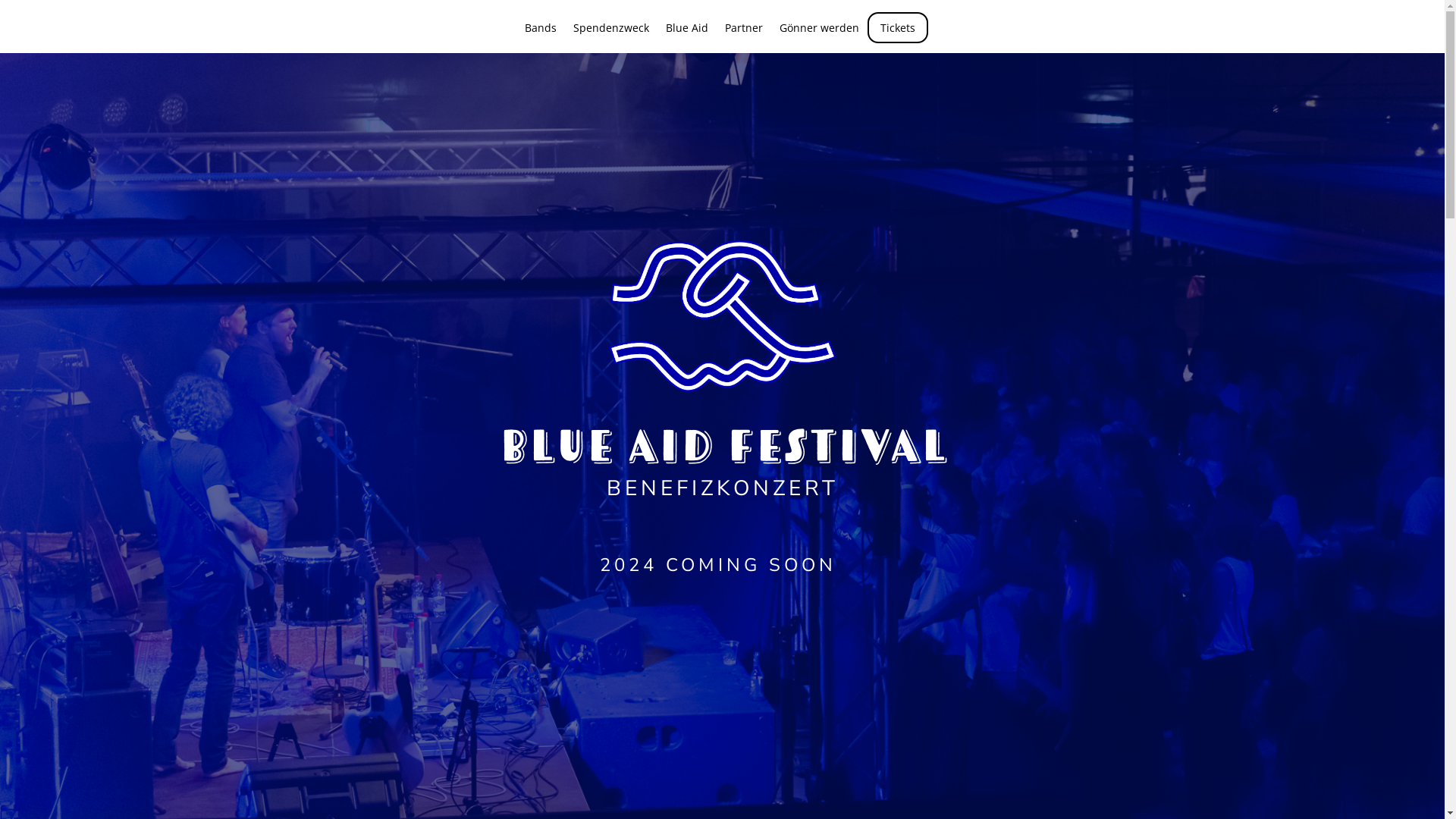 Image resolution: width=1456 pixels, height=819 pixels. I want to click on 'Blue Aid', so click(686, 38).